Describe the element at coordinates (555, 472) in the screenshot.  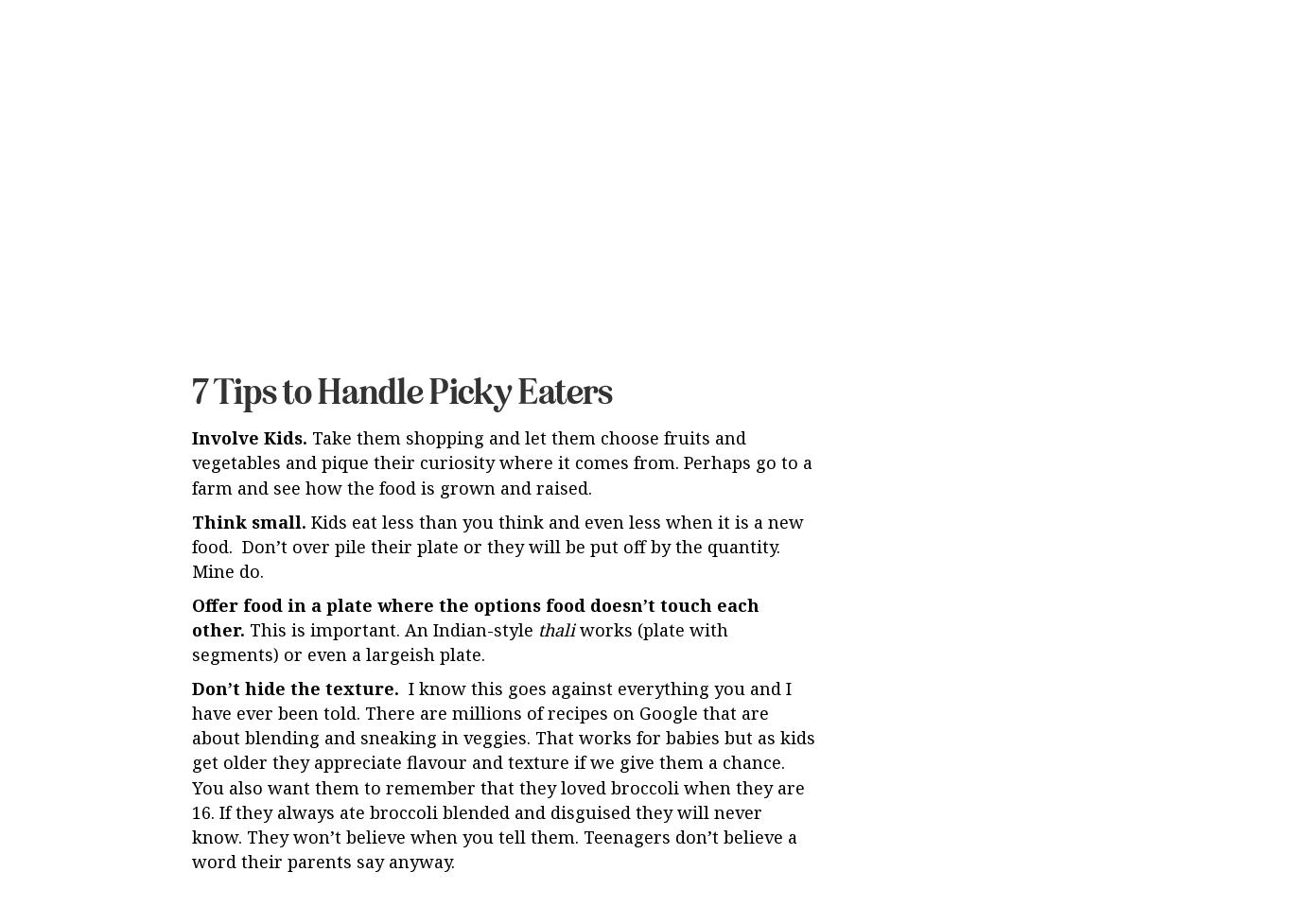
I see `'thali'` at that location.